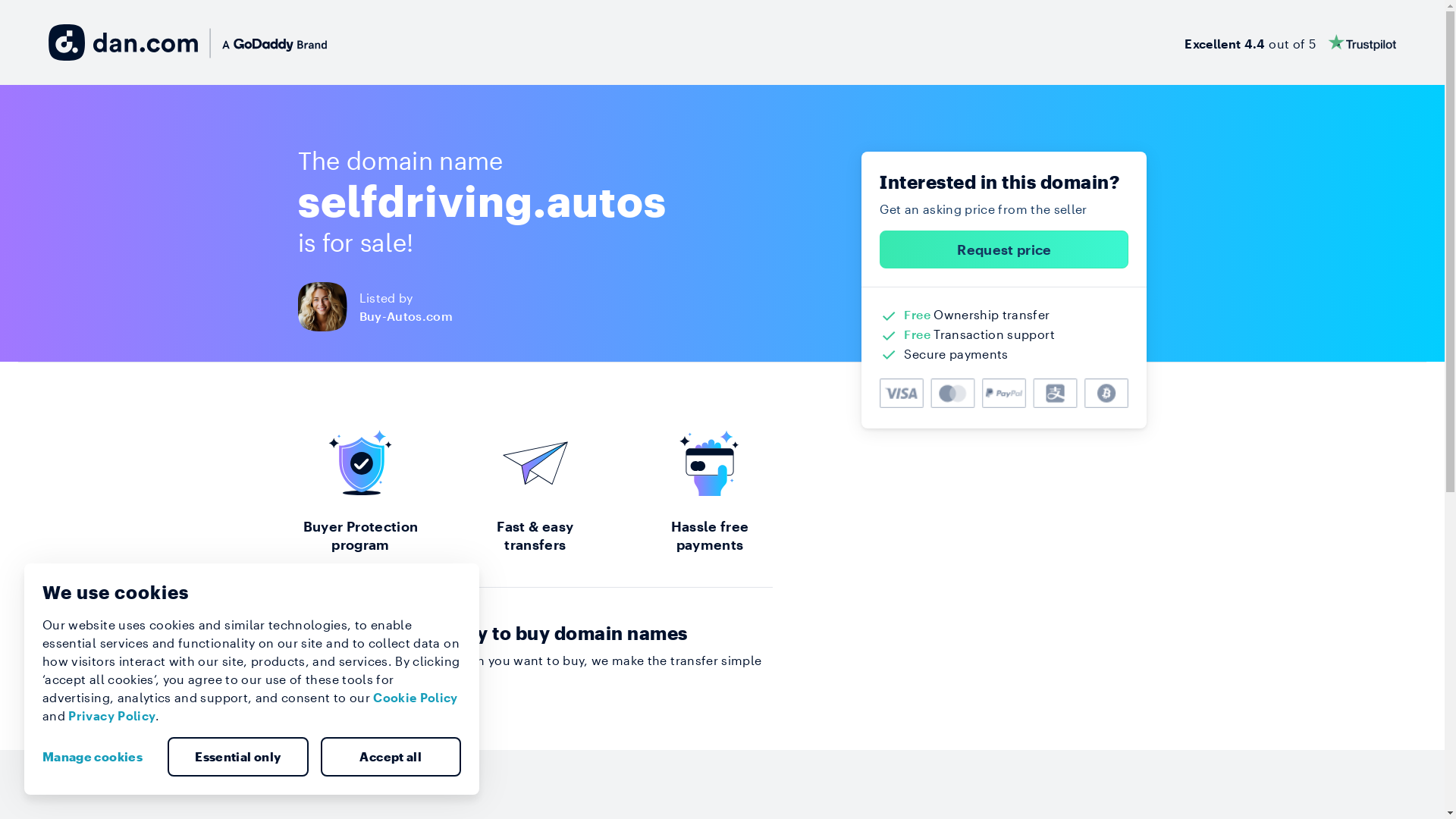 The width and height of the screenshot is (1456, 819). Describe the element at coordinates (1289, 42) in the screenshot. I see `'Excellent 4.4 out of 5'` at that location.